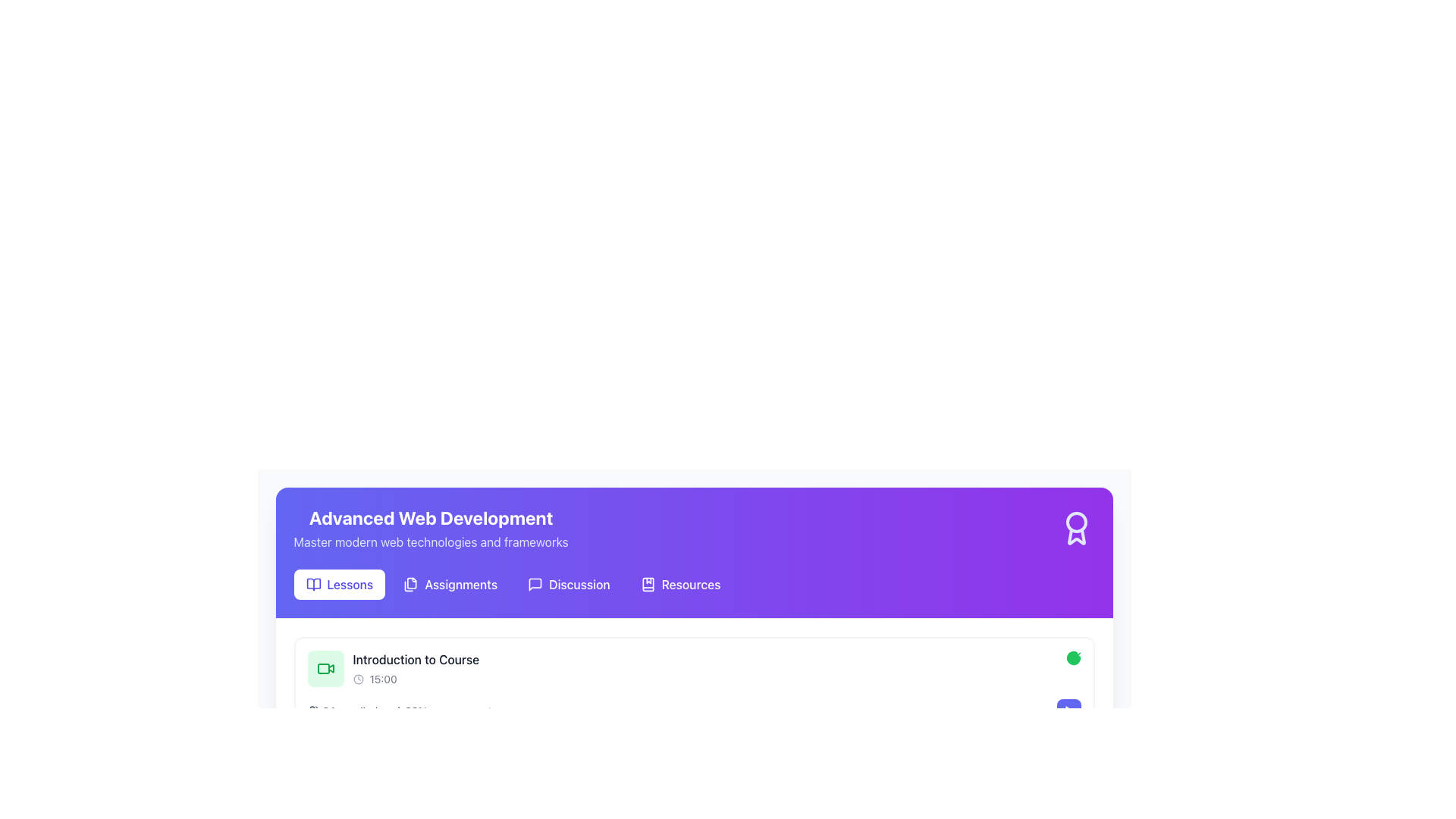 The width and height of the screenshot is (1456, 819). Describe the element at coordinates (648, 584) in the screenshot. I see `the Icon located in the upper-right corner of the purple header bar, which symbolizes marking or saving content` at that location.